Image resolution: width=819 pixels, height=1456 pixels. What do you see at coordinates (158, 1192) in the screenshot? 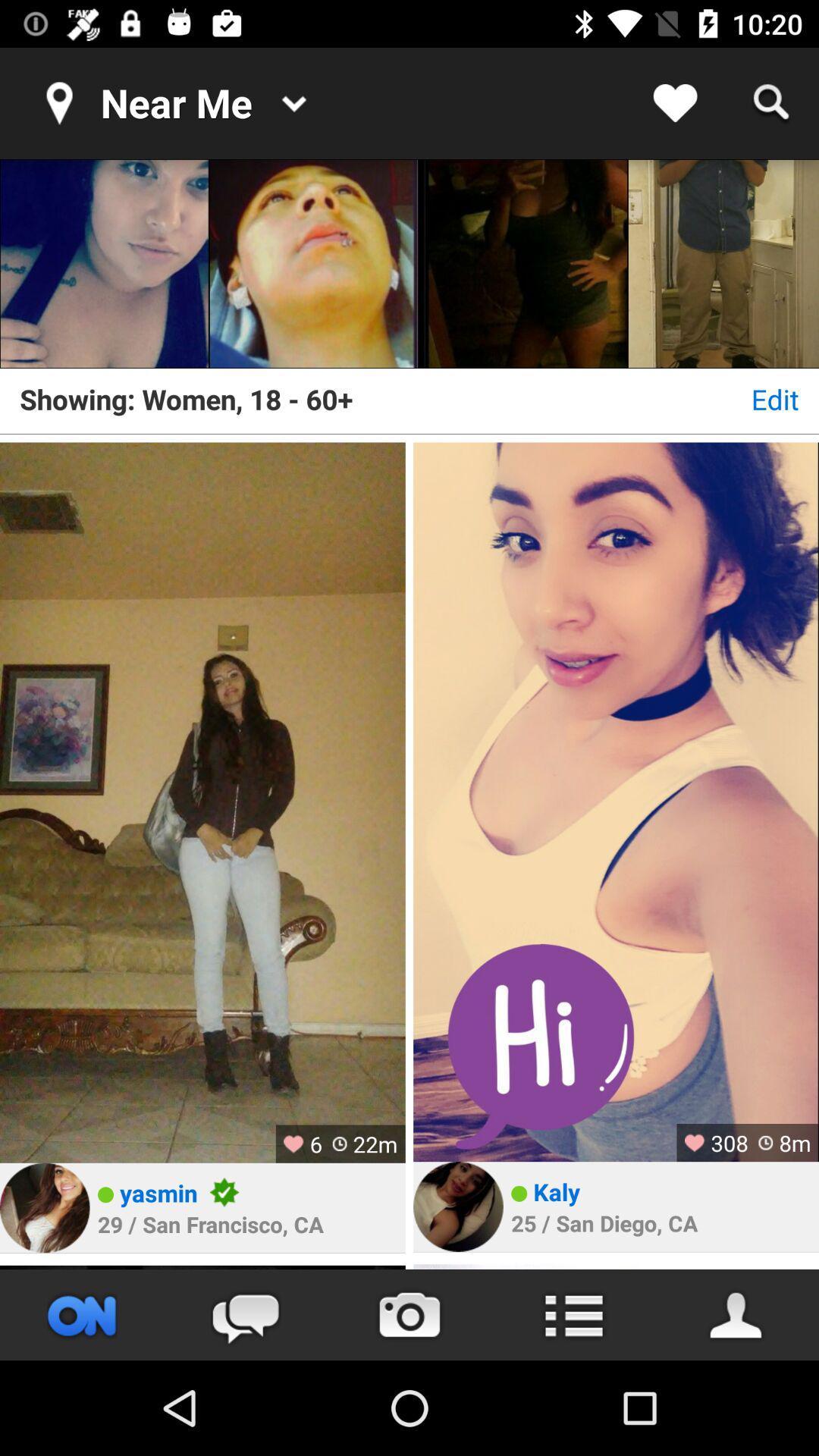
I see `the item above the 29 san francisco item` at bounding box center [158, 1192].